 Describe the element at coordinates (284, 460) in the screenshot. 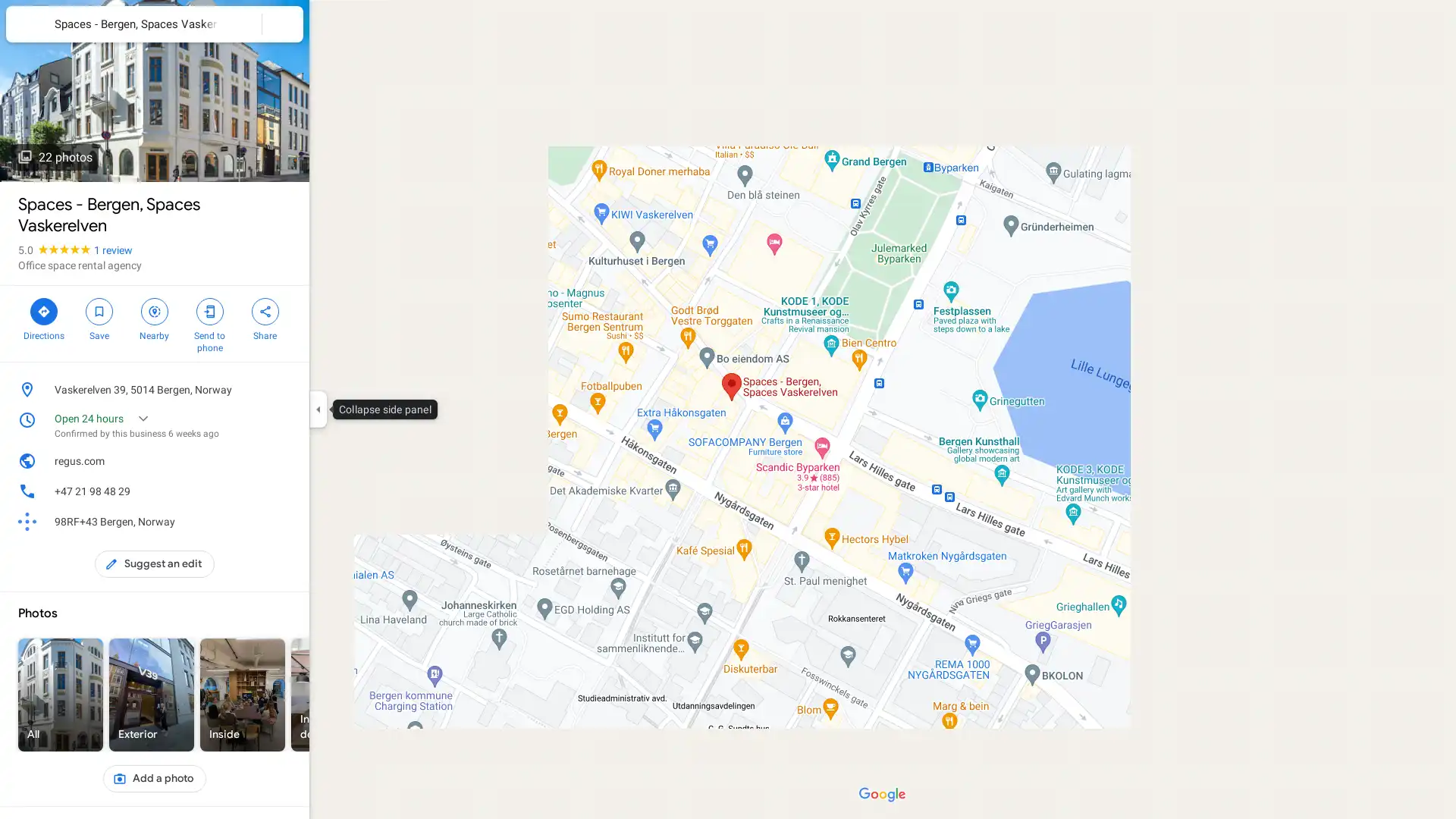

I see `Copy website` at that location.